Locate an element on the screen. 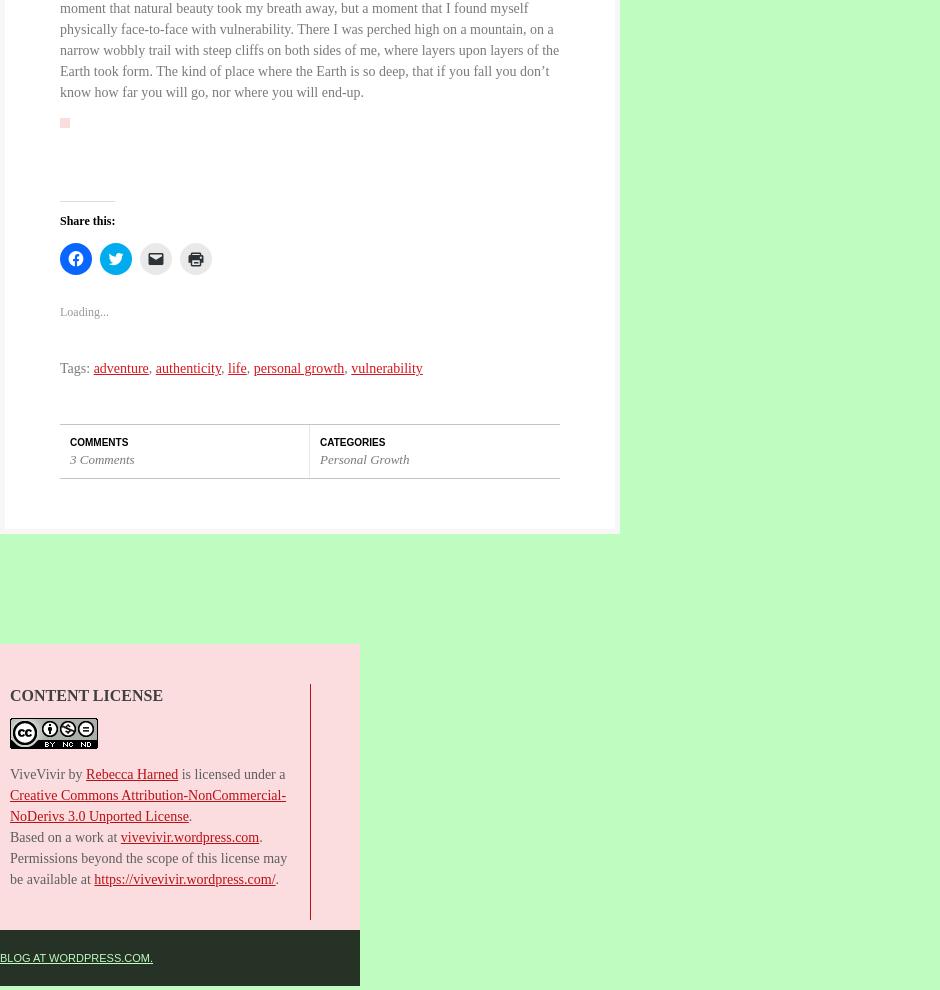 The height and width of the screenshot is (990, 940). 'Based on a work at' is located at coordinates (63, 835).